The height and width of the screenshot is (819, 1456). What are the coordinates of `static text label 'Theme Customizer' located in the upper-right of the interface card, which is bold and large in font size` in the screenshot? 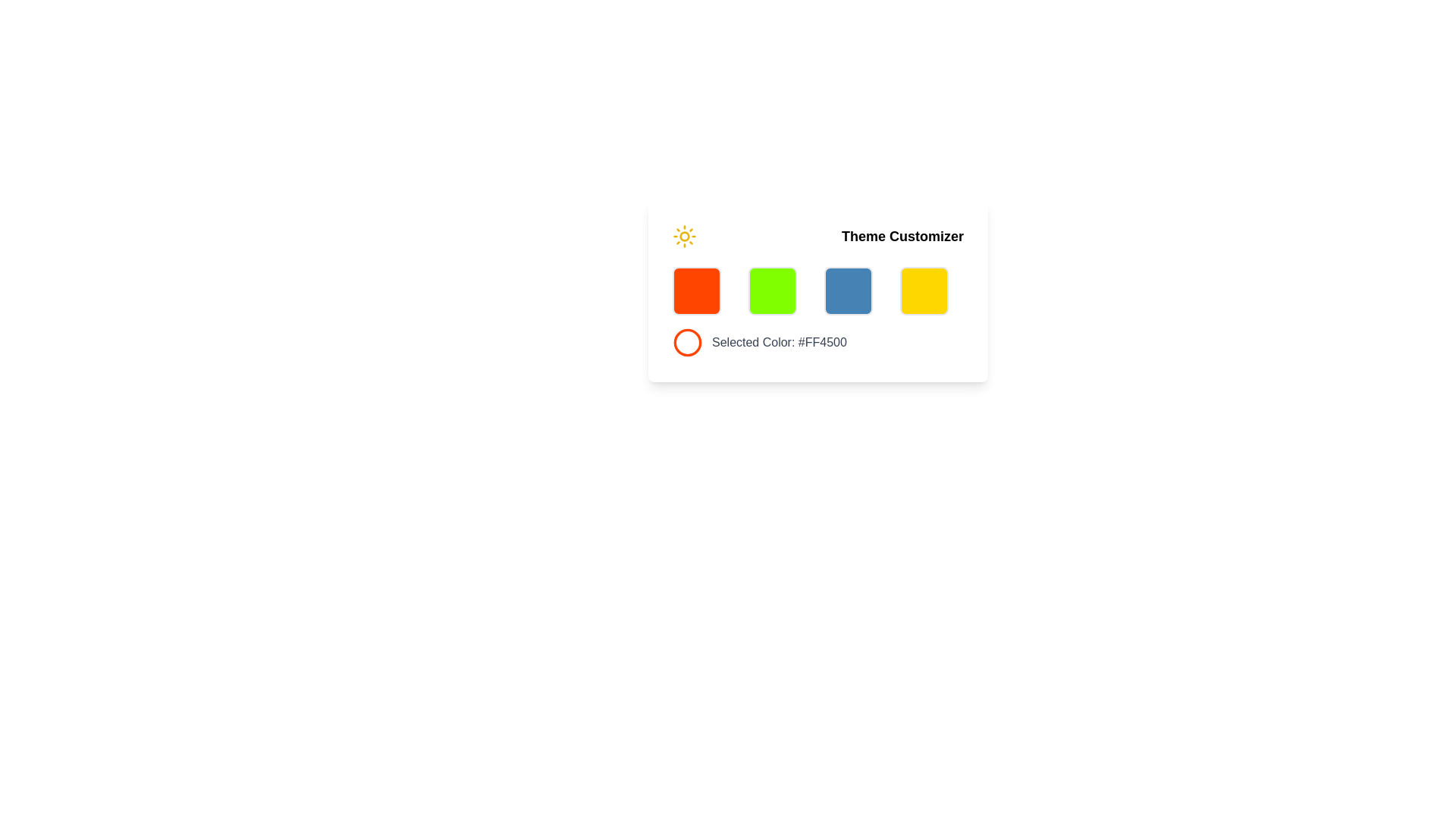 It's located at (902, 237).